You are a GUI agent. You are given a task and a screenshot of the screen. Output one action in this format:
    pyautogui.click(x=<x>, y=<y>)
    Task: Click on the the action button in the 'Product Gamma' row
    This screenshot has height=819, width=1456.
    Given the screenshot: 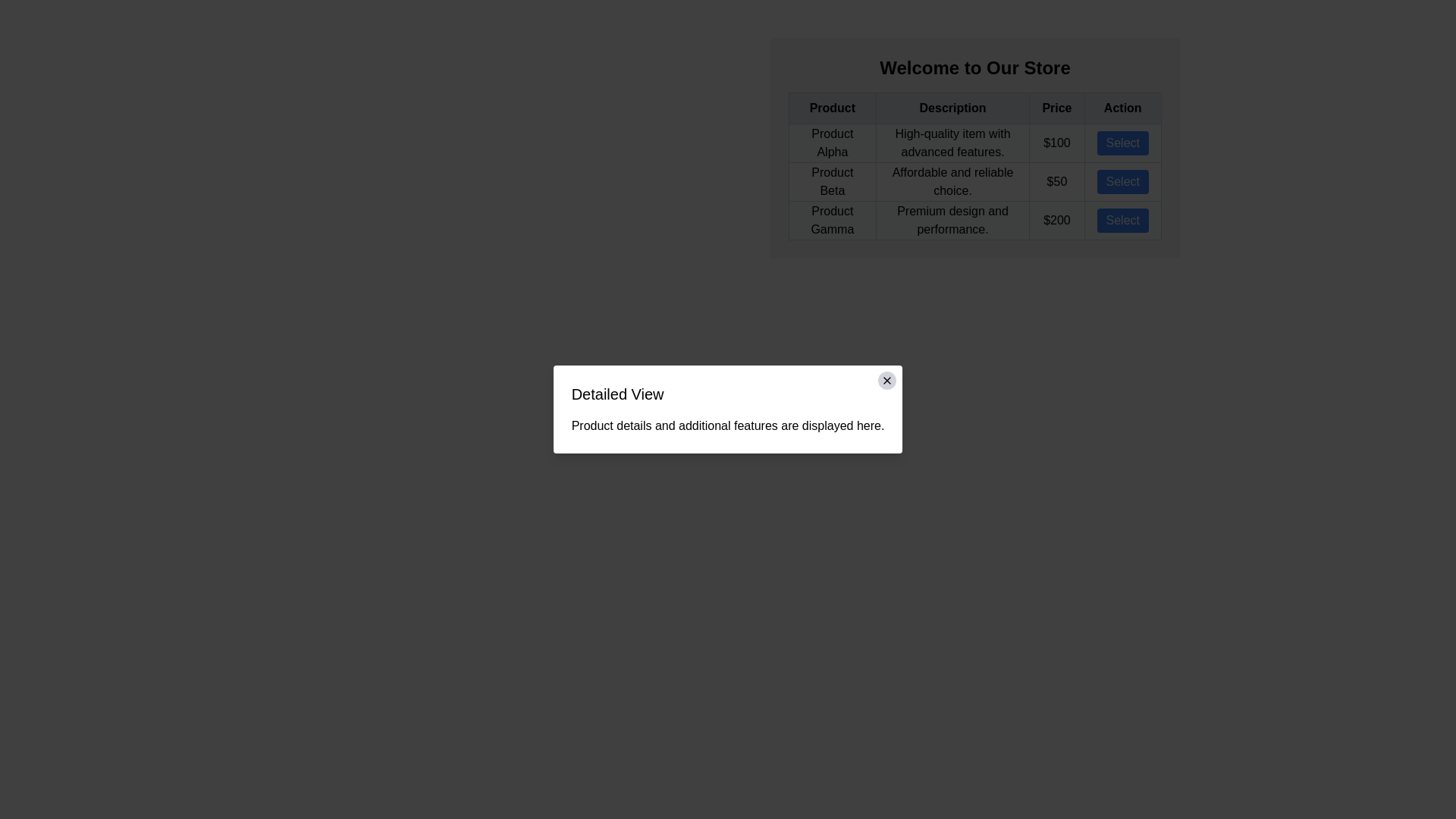 What is the action you would take?
    pyautogui.click(x=1122, y=220)
    